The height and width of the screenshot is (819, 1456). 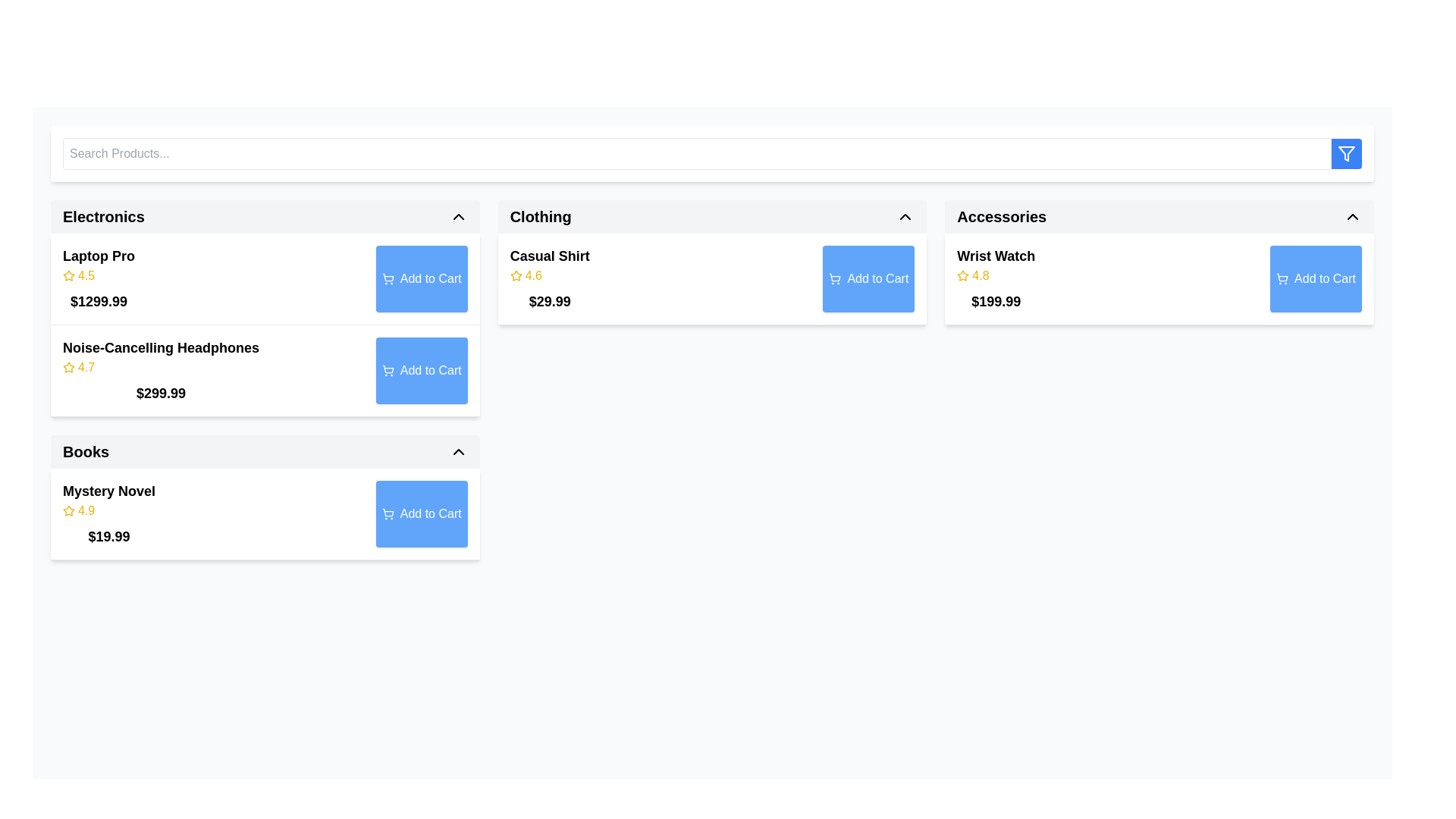 I want to click on the filter button located on the right side of the search bar above the product sections, so click(x=711, y=154).